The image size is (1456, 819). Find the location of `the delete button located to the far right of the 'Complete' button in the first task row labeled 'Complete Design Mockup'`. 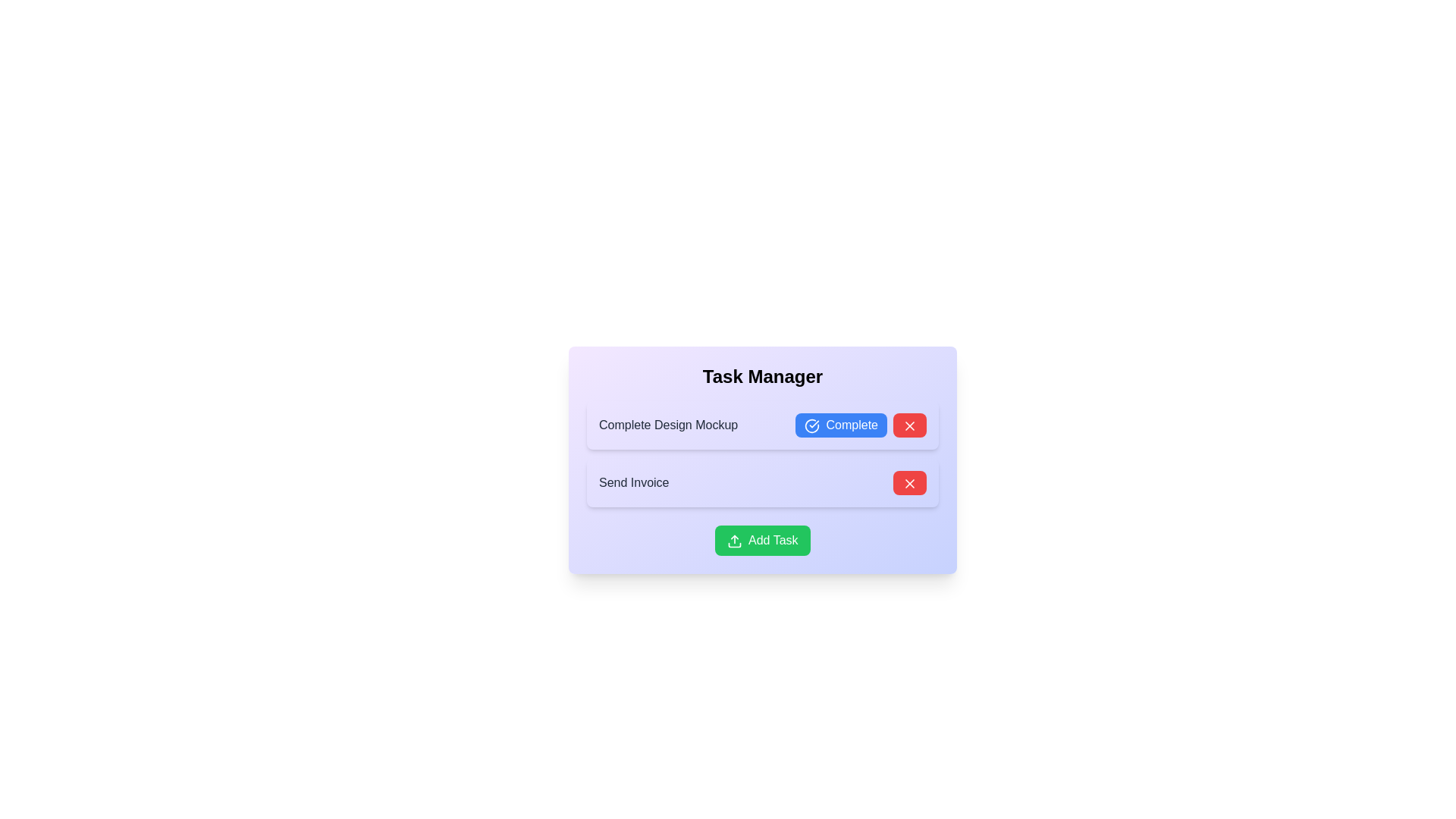

the delete button located to the far right of the 'Complete' button in the first task row labeled 'Complete Design Mockup' is located at coordinates (910, 425).